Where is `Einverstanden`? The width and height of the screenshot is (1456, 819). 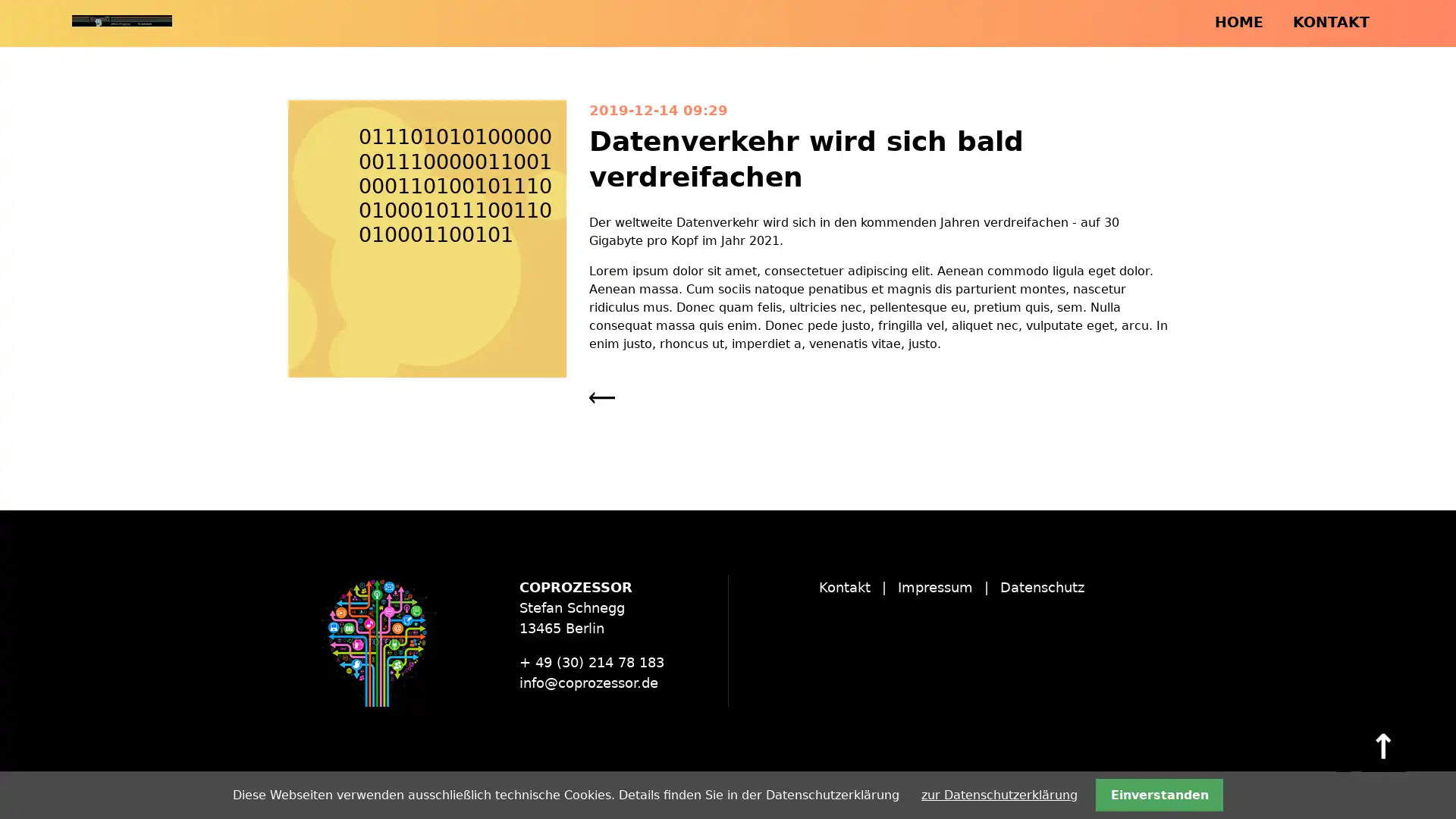
Einverstanden is located at coordinates (1158, 794).